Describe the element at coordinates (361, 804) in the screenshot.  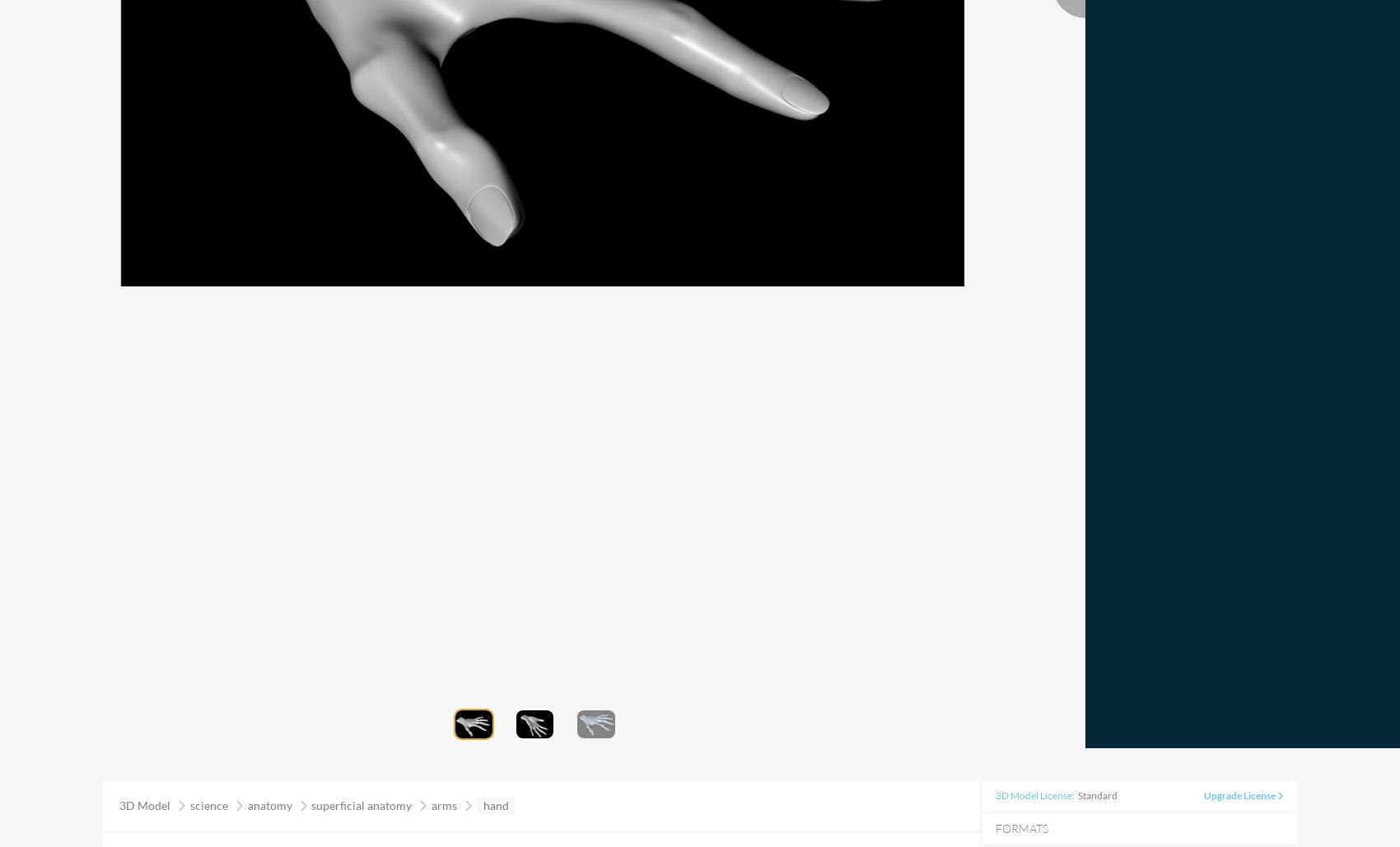
I see `'superficial anatomy'` at that location.